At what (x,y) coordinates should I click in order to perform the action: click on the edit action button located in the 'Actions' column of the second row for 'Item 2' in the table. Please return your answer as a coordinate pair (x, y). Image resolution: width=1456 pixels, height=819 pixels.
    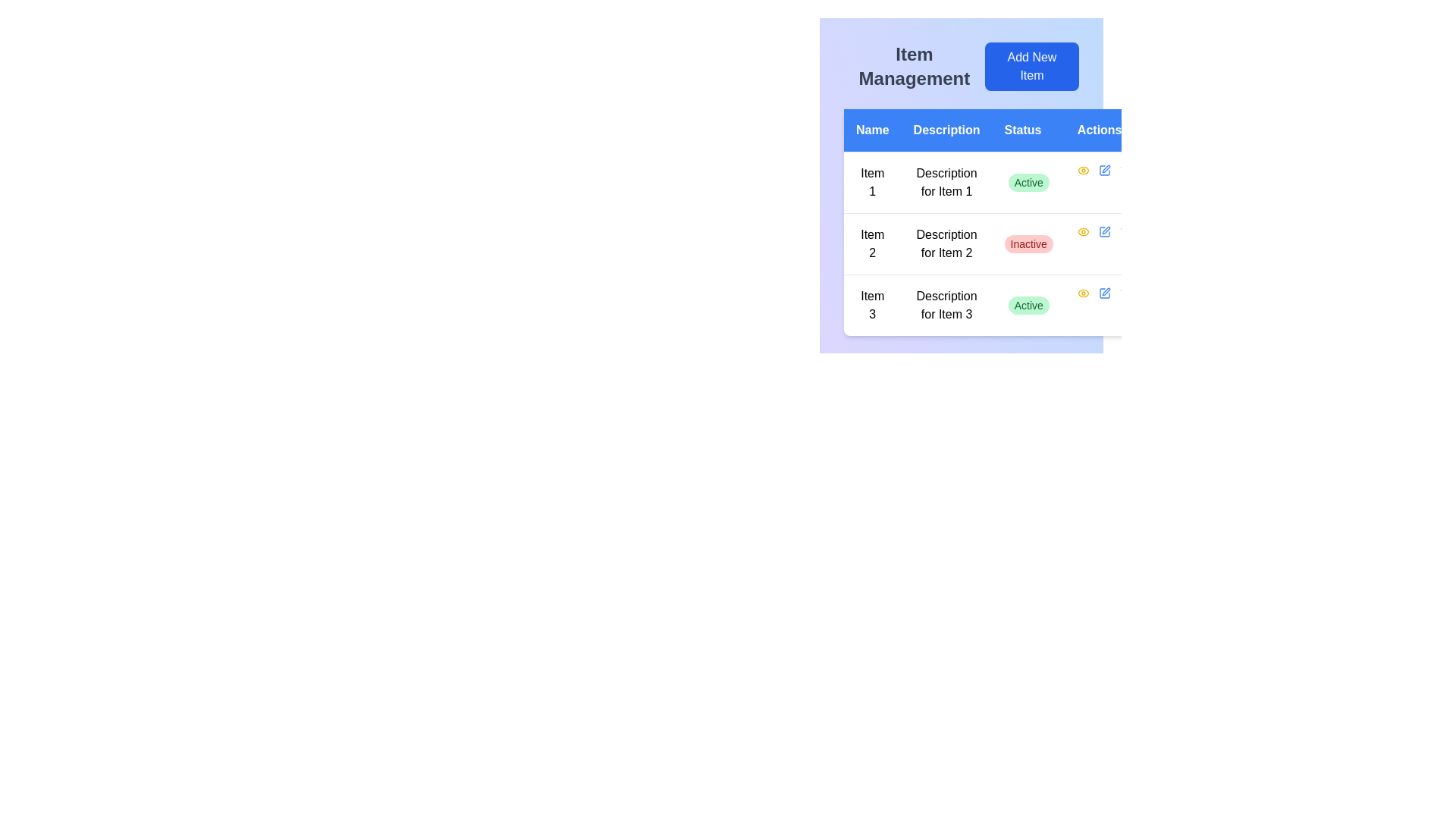
    Looking at the image, I should click on (1106, 231).